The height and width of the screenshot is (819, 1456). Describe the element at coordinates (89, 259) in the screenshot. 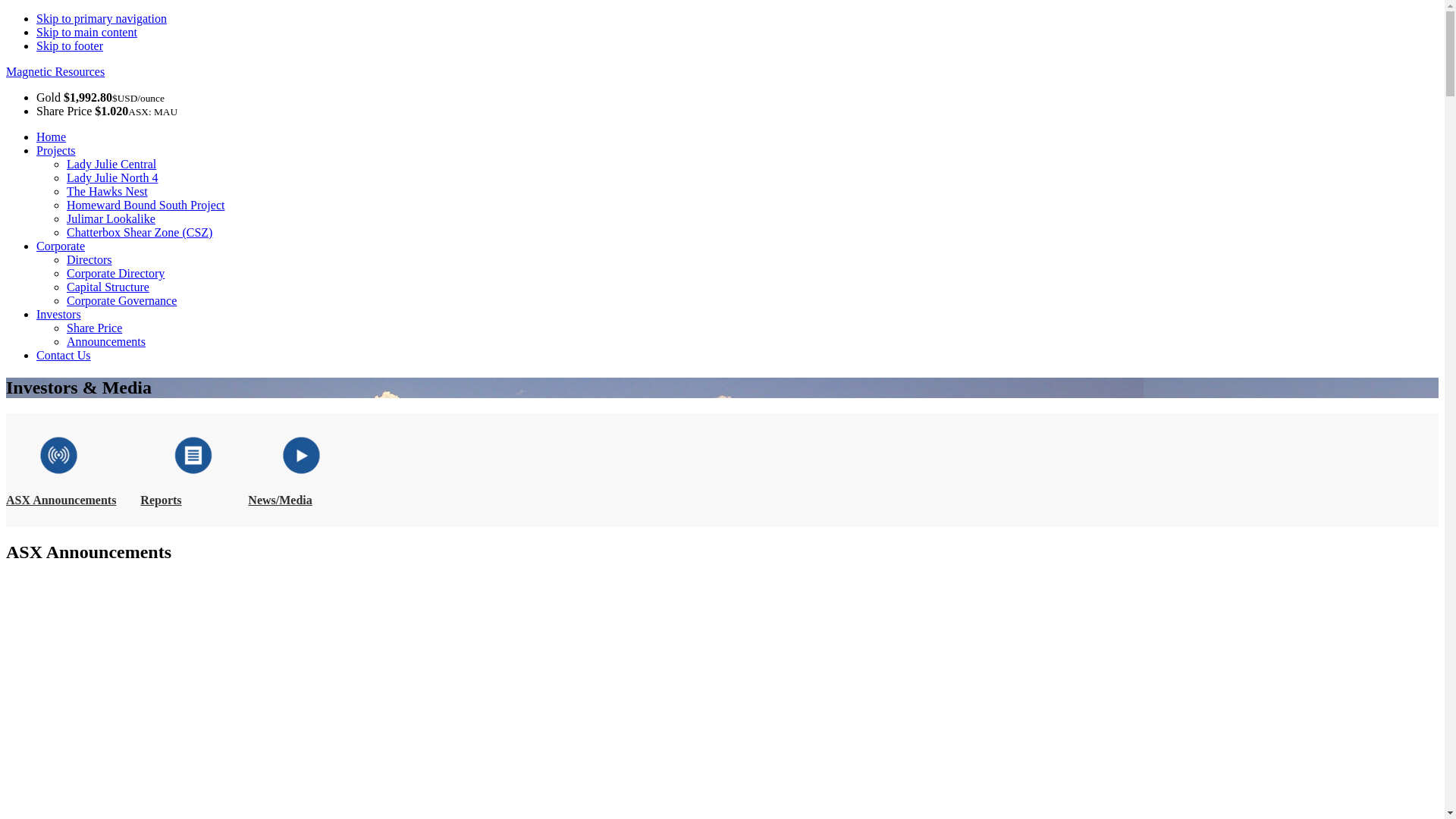

I see `'Directors'` at that location.